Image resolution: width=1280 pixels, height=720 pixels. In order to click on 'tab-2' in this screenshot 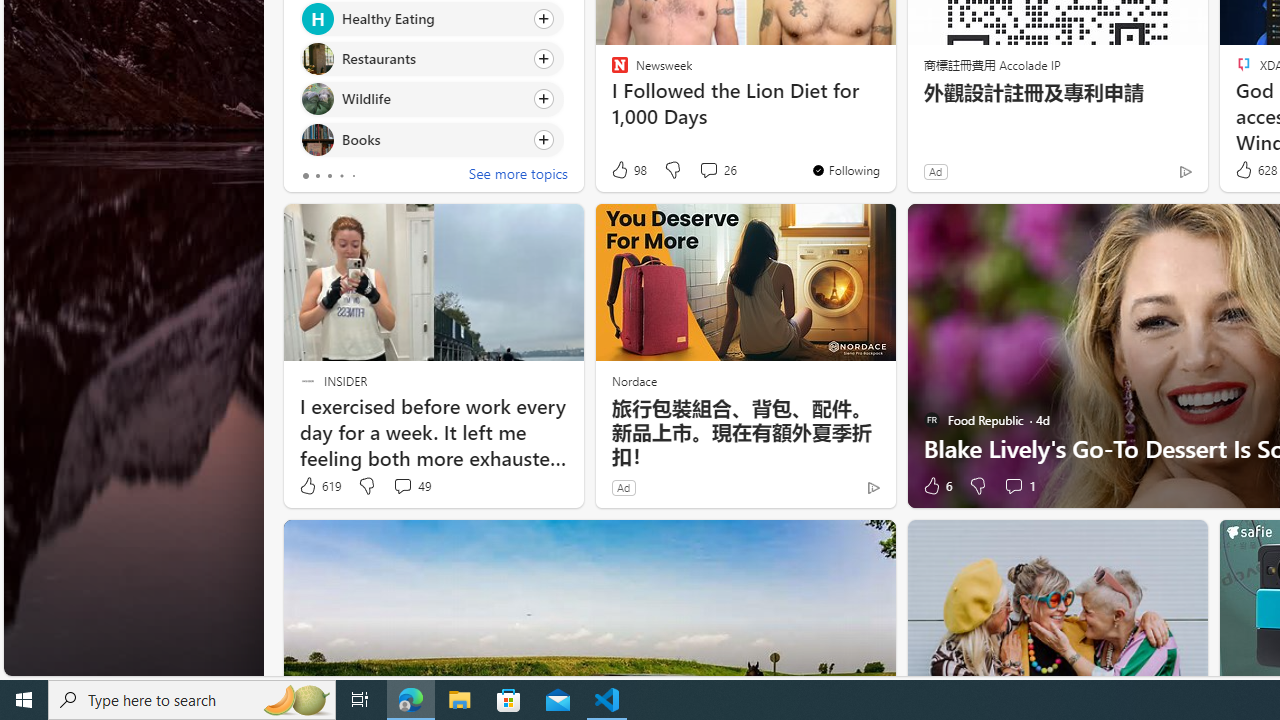, I will do `click(328, 175)`.